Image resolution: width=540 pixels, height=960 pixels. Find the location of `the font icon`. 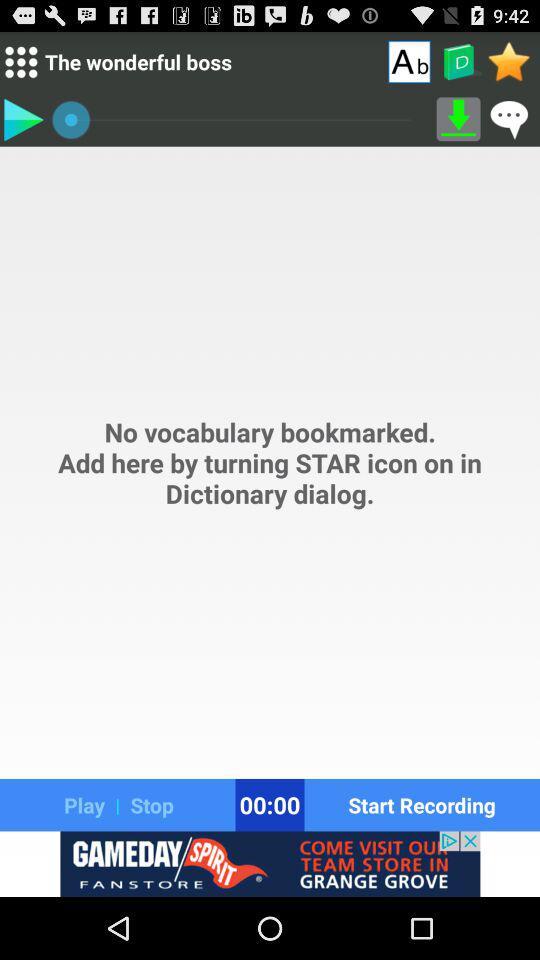

the font icon is located at coordinates (408, 65).